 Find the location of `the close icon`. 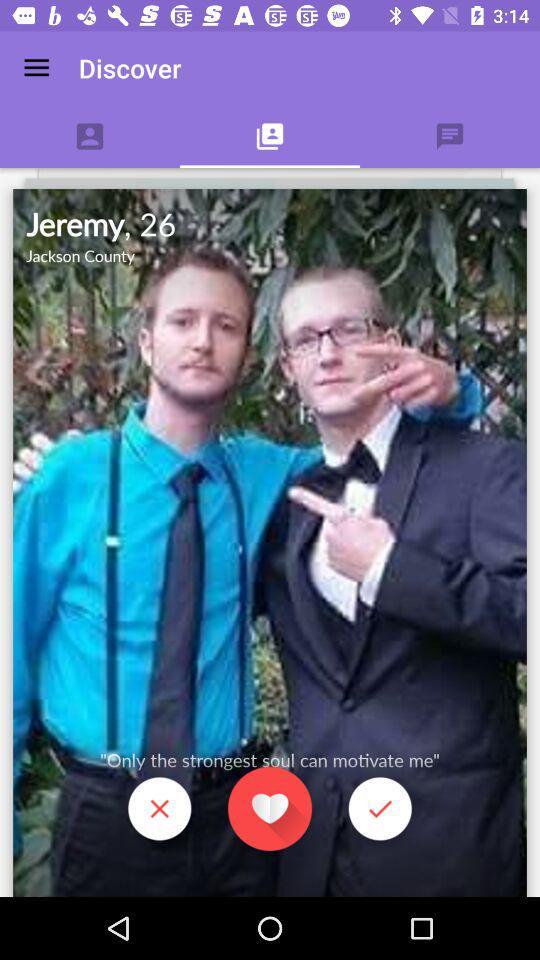

the close icon is located at coordinates (158, 811).